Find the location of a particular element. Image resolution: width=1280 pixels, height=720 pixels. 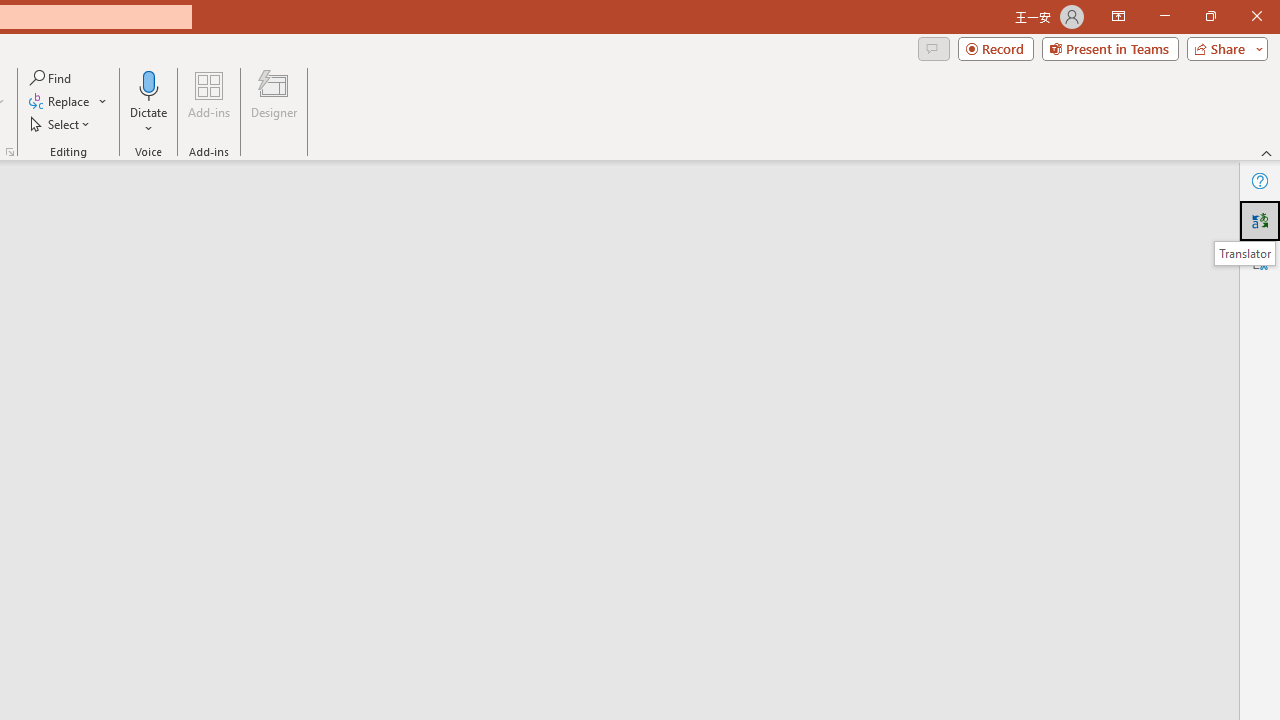

'Minimize' is located at coordinates (1164, 16).